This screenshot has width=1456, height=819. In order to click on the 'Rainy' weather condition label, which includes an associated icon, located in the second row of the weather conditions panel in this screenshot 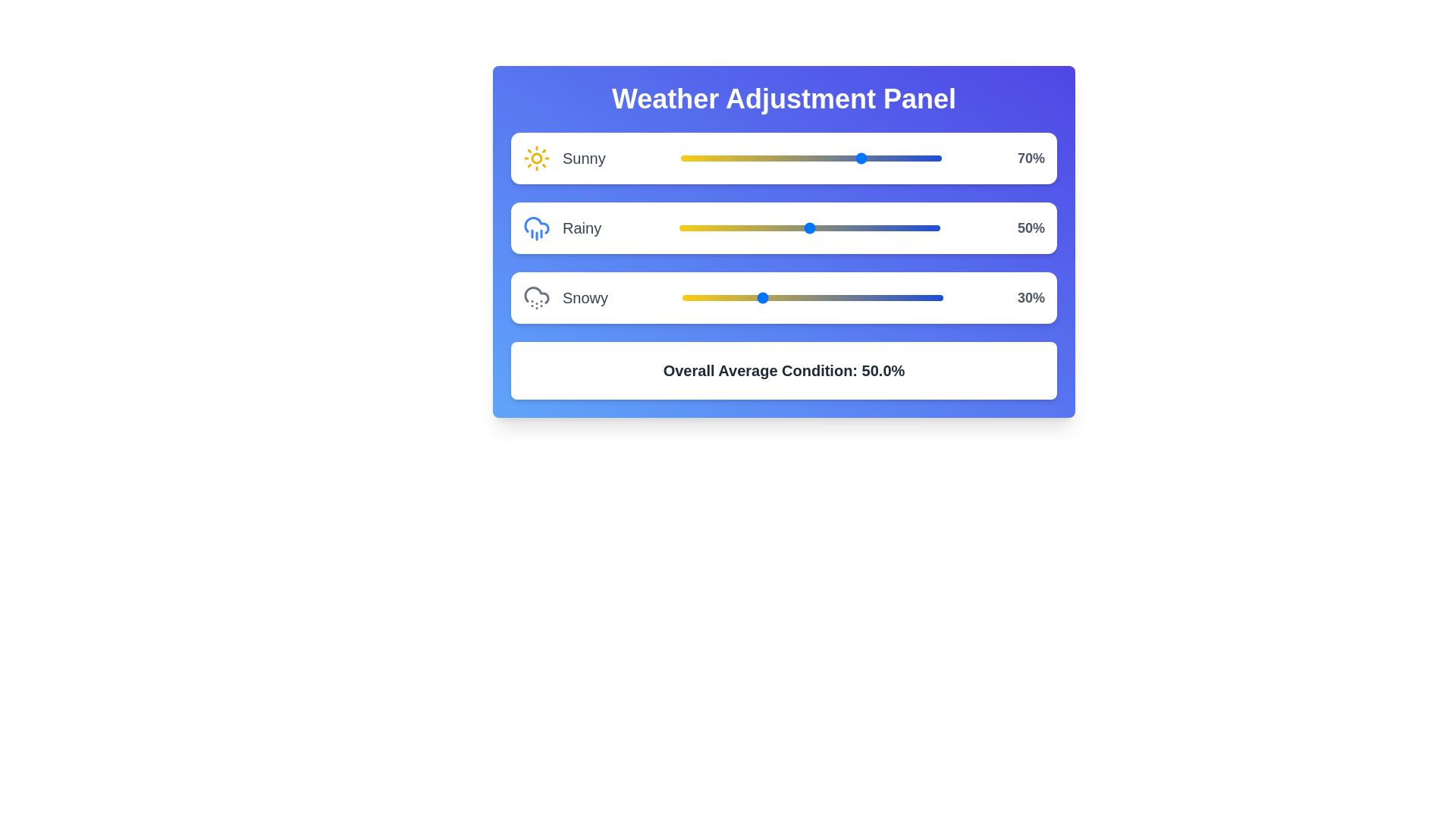, I will do `click(561, 227)`.